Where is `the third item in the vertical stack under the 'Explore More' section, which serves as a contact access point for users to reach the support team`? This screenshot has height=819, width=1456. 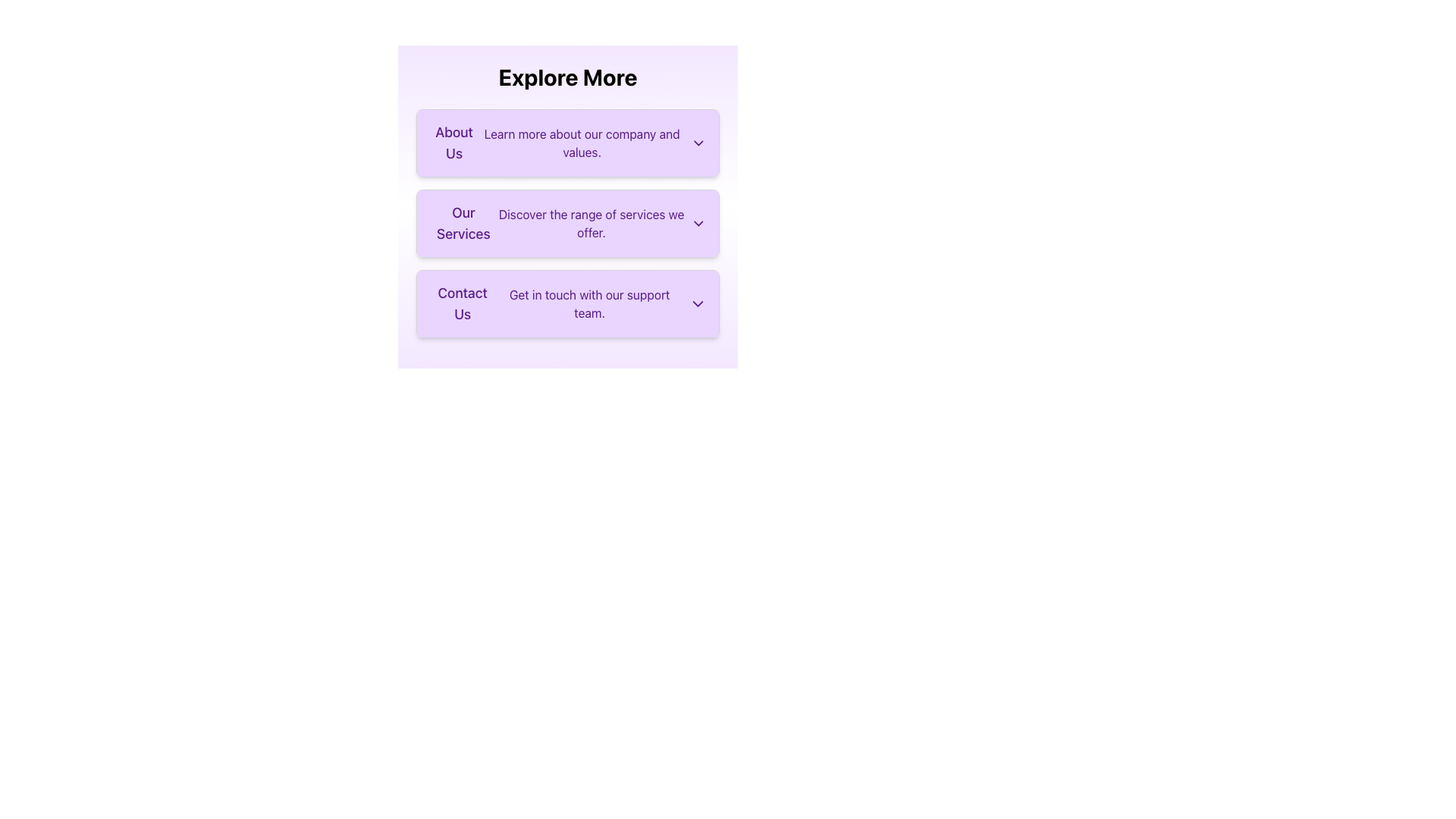 the third item in the vertical stack under the 'Explore More' section, which serves as a contact access point for users to reach the support team is located at coordinates (566, 304).